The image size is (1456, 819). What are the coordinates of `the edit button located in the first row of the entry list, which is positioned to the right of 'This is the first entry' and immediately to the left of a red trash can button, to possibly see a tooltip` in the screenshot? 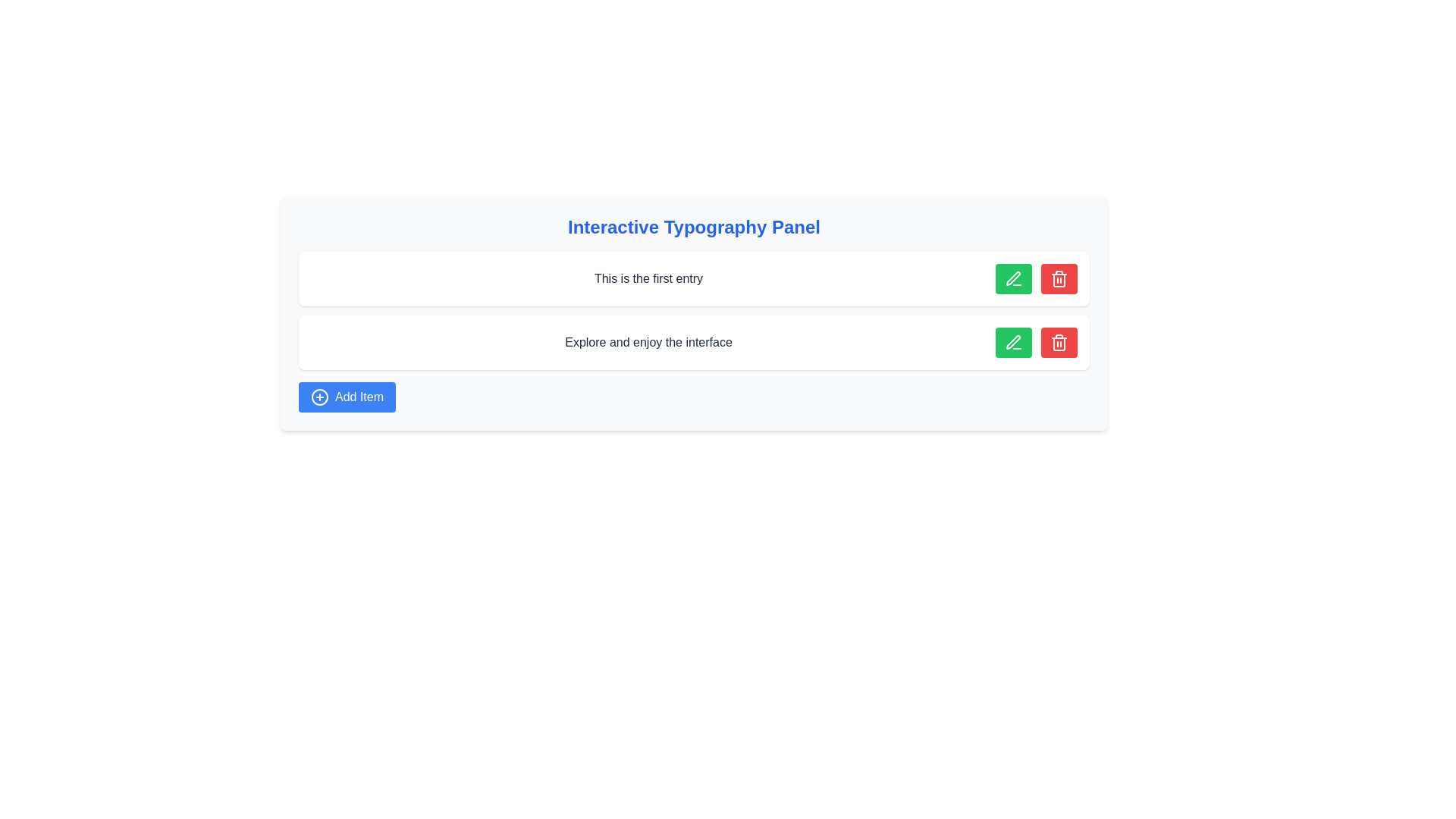 It's located at (1014, 278).